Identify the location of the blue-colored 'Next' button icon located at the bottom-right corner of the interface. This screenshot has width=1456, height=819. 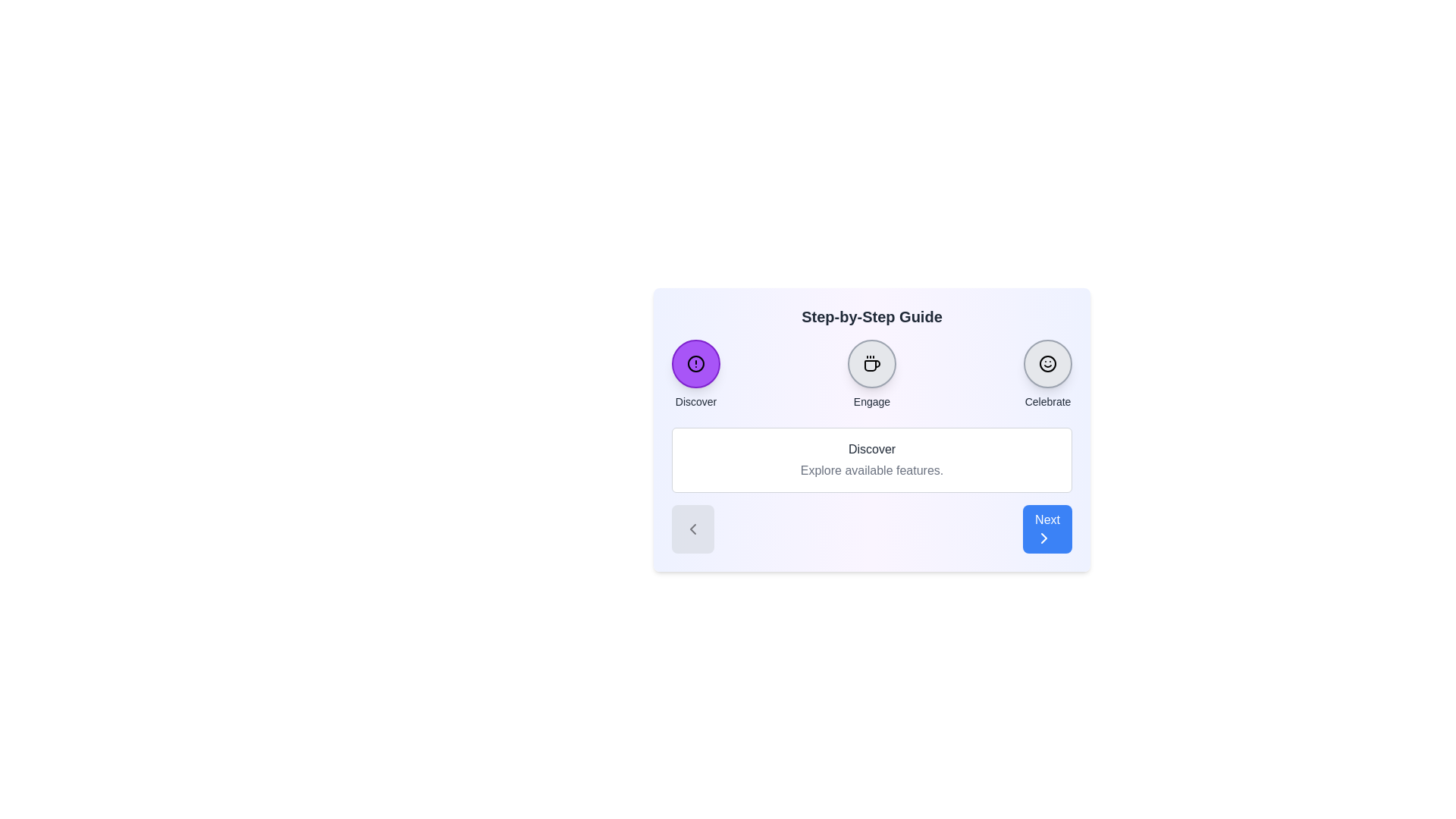
(1043, 537).